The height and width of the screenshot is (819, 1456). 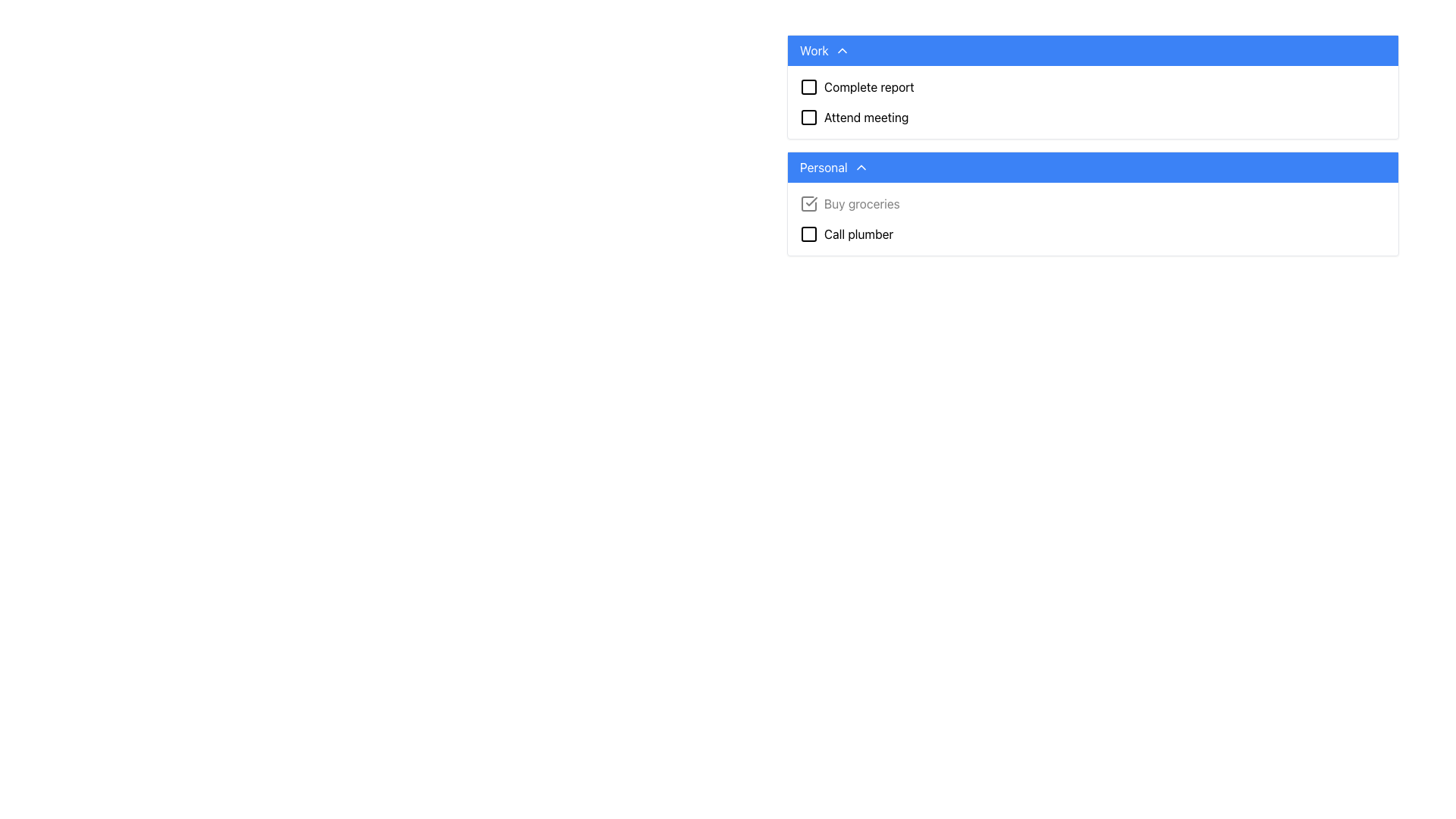 I want to click on the checkbox located to the left of the 'Complete report' text in the 'Work' section, so click(x=808, y=87).